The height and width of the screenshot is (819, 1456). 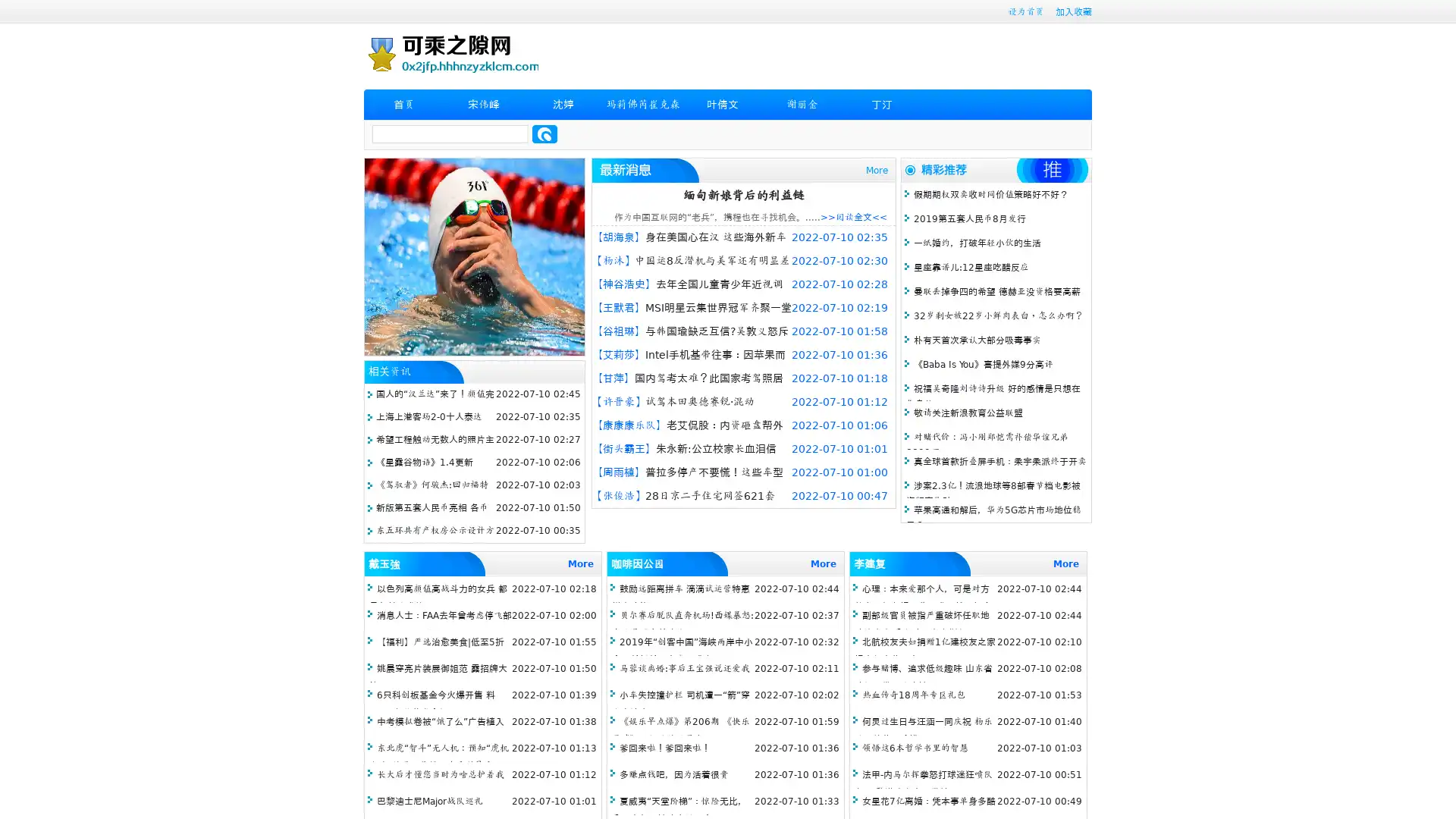 What do you see at coordinates (544, 133) in the screenshot?
I see `Search` at bounding box center [544, 133].